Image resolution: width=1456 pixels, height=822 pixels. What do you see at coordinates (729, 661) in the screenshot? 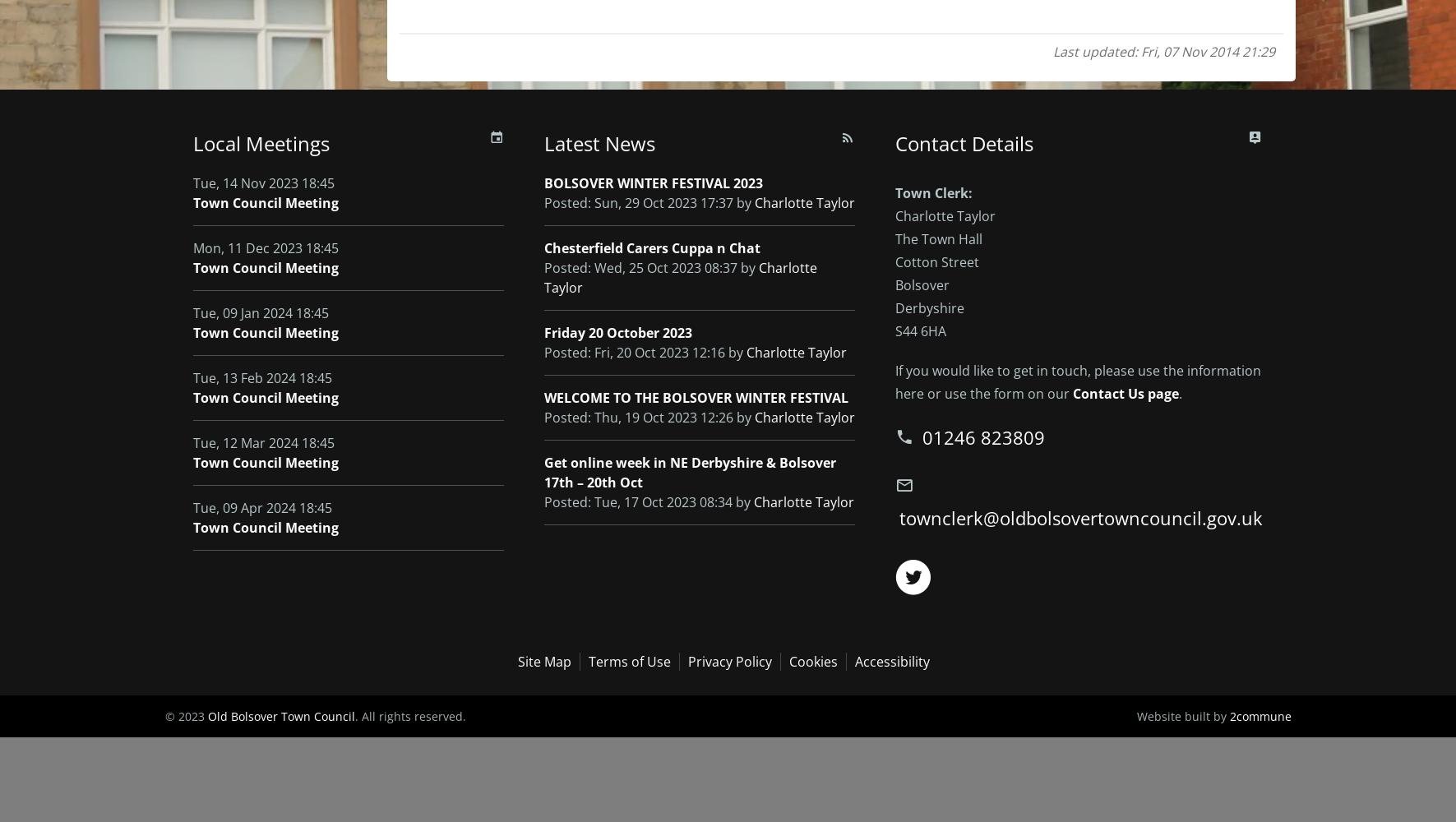
I see `'Privacy Policy'` at bounding box center [729, 661].